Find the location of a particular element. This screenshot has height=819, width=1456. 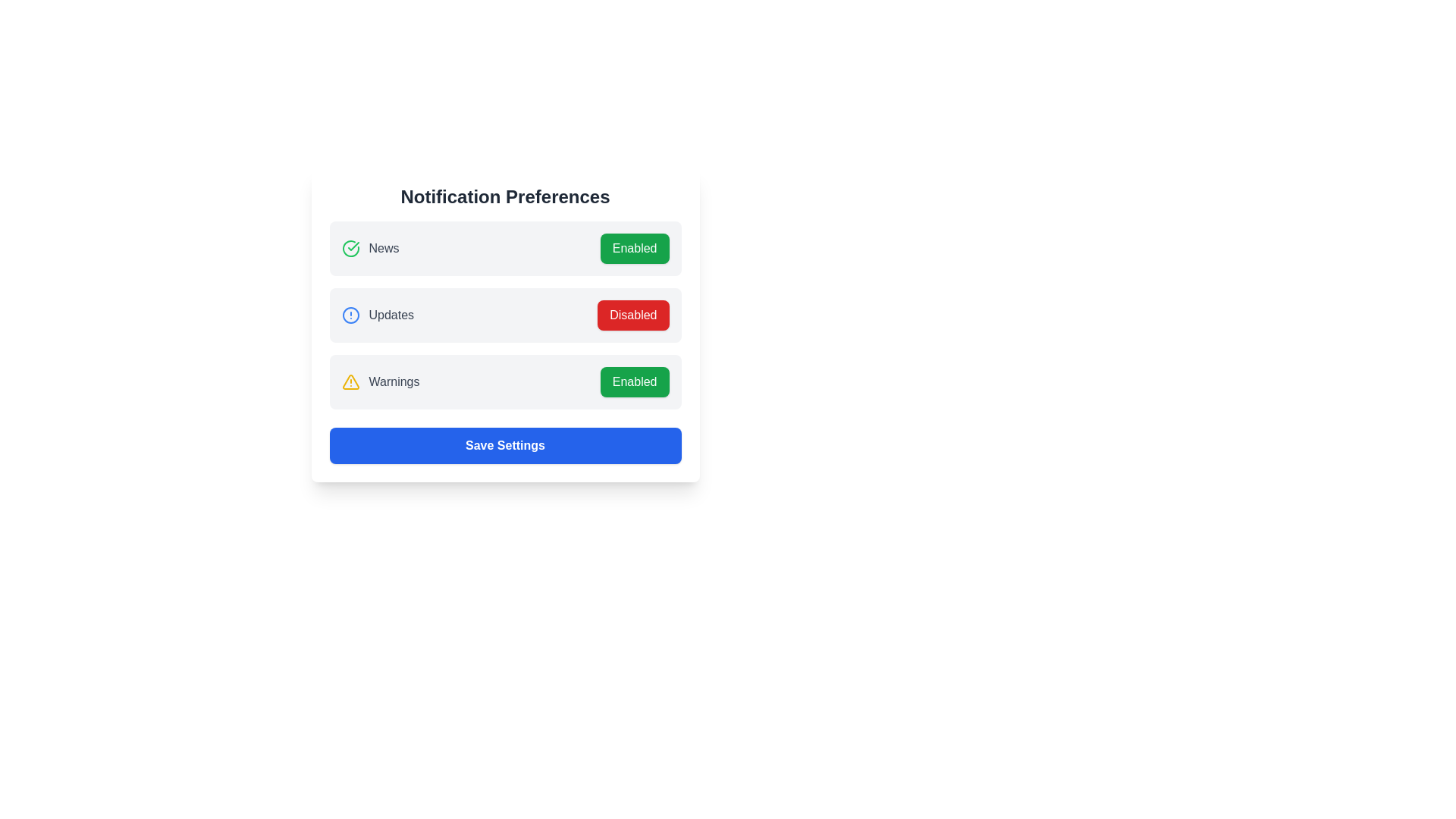

the 'Enabled' button for 'News' notifications is located at coordinates (634, 247).